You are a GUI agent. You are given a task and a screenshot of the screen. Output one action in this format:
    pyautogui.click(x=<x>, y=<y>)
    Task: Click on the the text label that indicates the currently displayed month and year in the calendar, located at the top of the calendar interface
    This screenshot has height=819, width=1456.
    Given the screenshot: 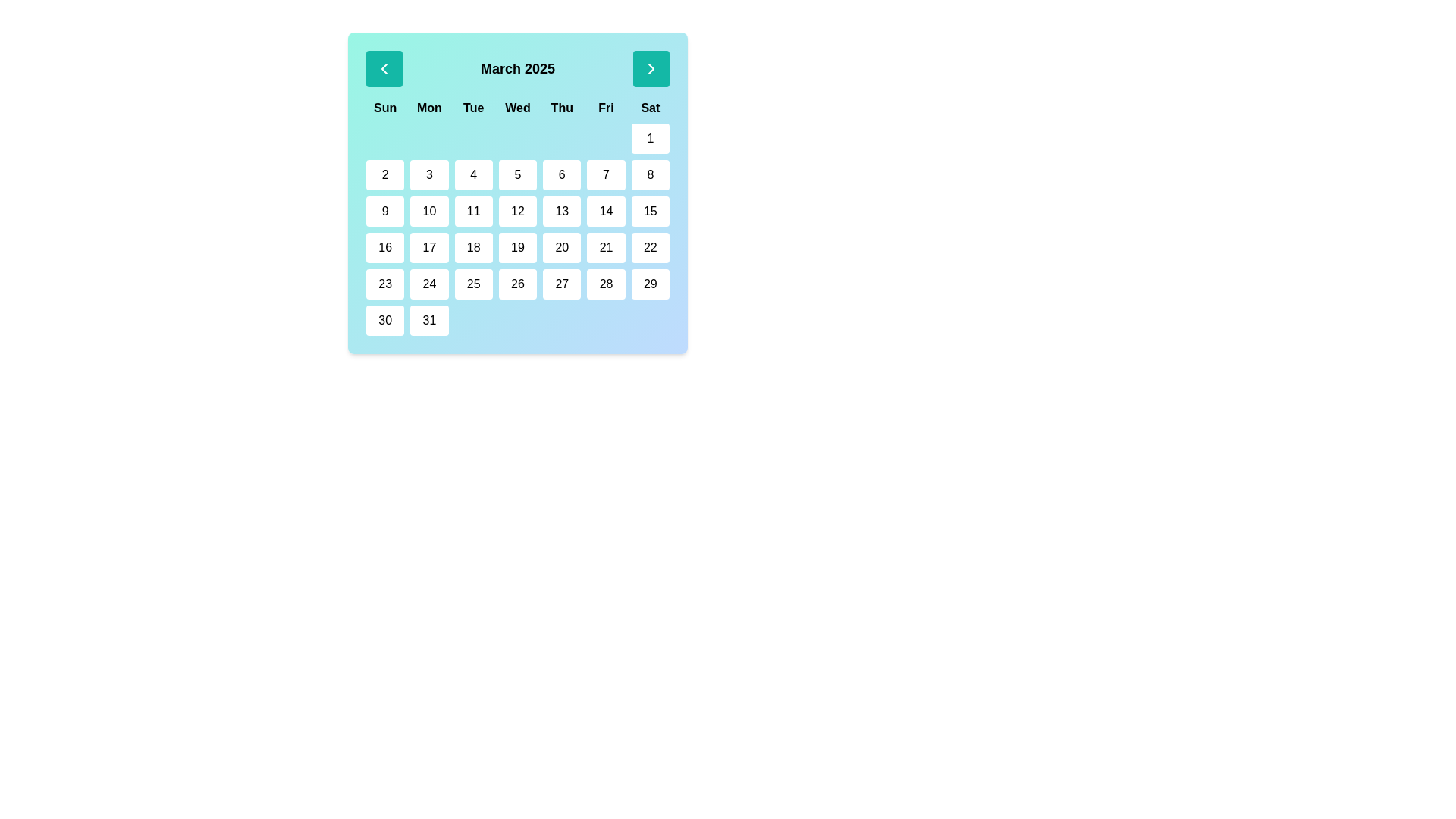 What is the action you would take?
    pyautogui.click(x=517, y=69)
    